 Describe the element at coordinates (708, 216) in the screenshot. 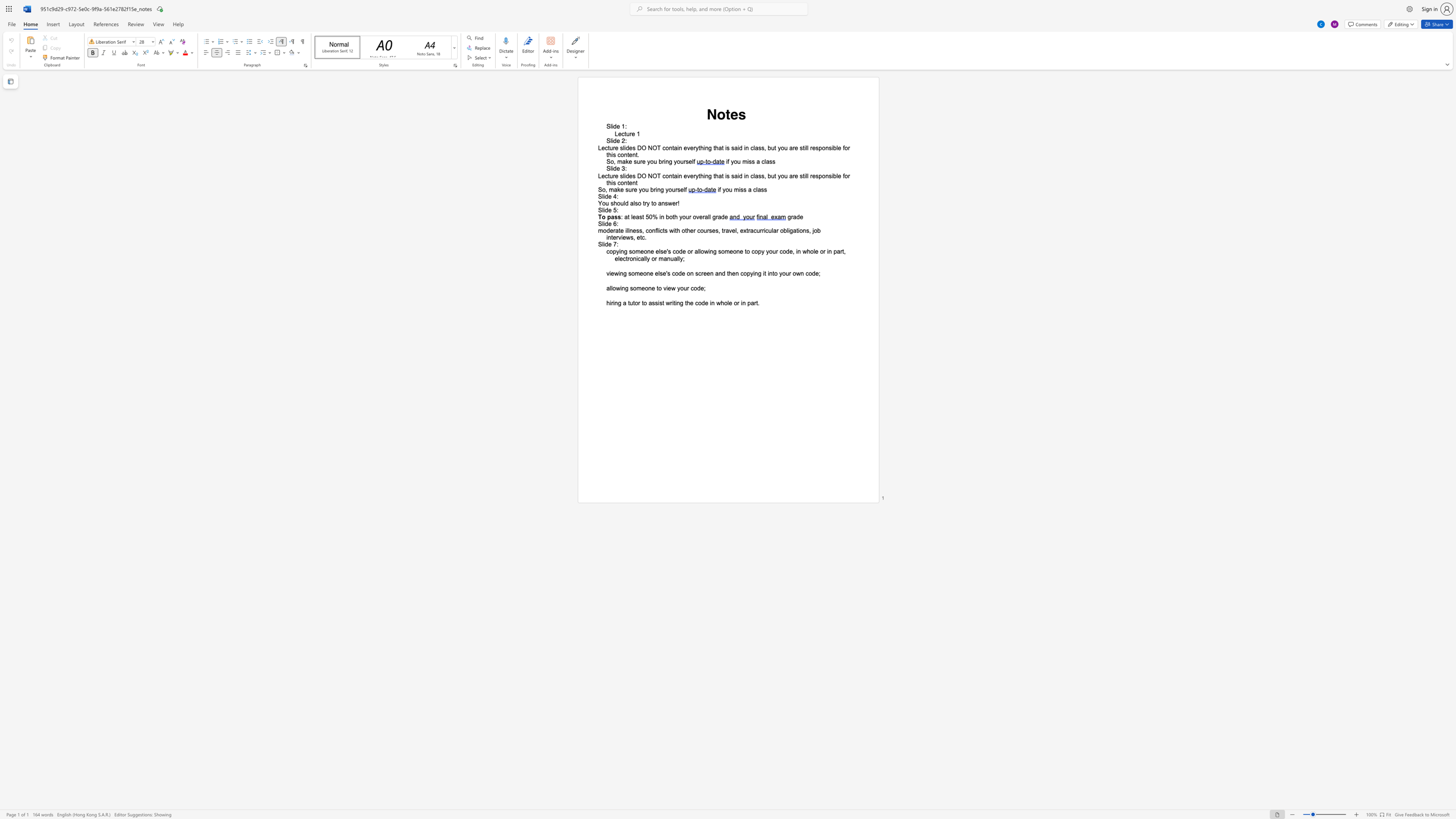

I see `the subset text "l grade" within the text ": at least 50% in both your overall grade"` at that location.